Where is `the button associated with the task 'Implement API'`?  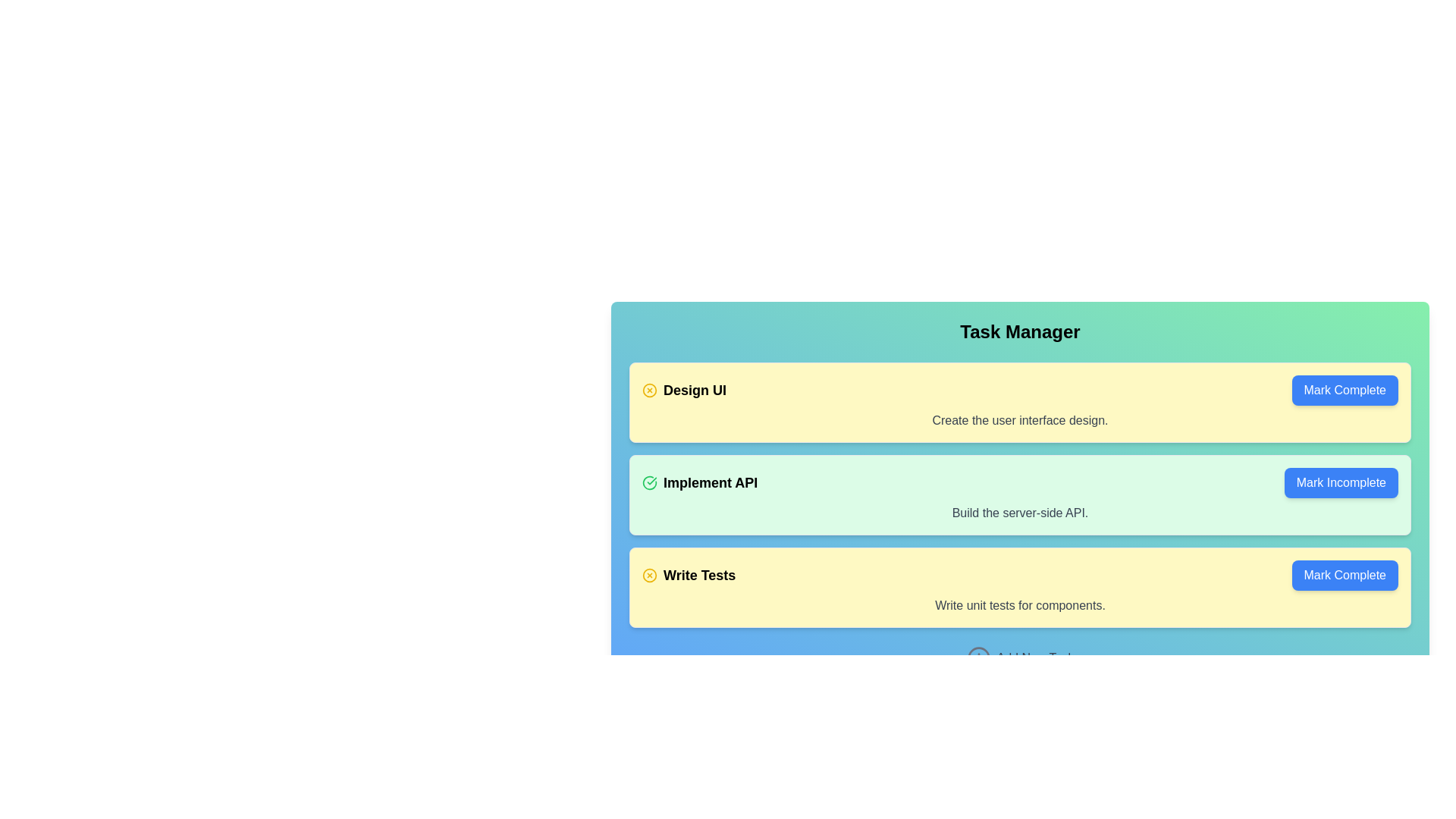
the button associated with the task 'Implement API' is located at coordinates (1340, 482).